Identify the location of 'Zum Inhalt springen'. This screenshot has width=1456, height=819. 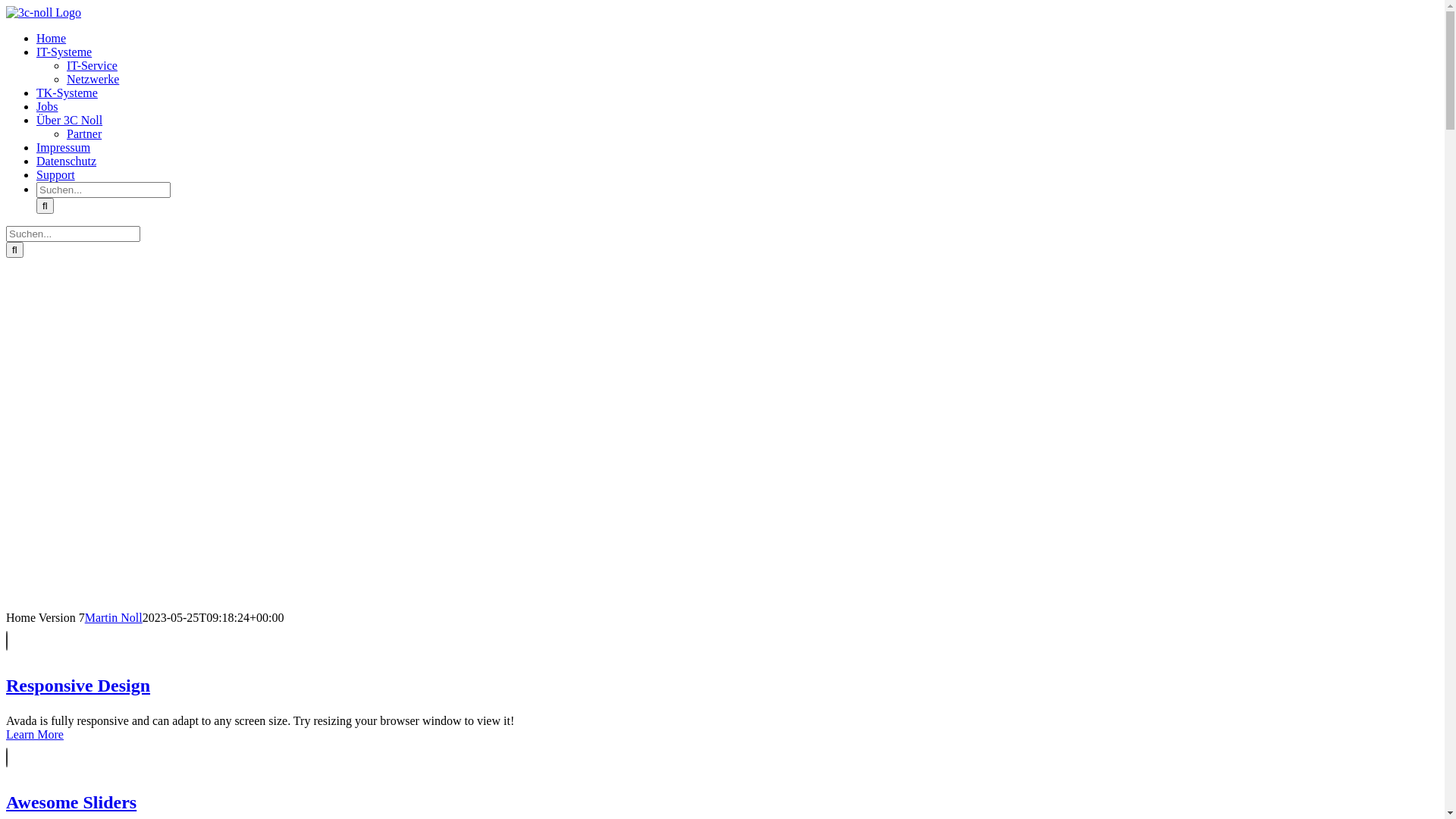
(5, 5).